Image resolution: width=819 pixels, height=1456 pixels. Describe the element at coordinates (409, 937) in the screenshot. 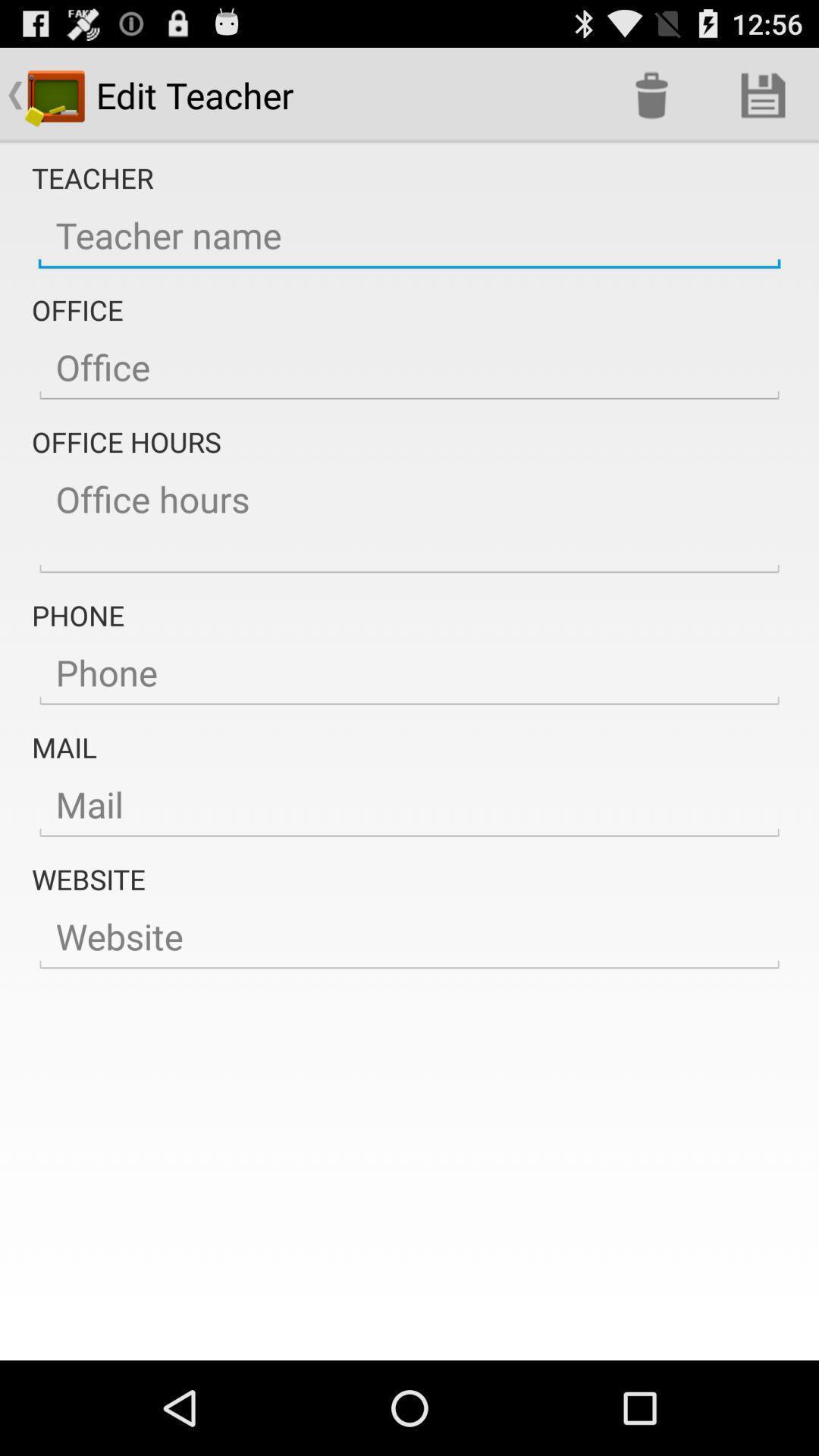

I see `website` at that location.